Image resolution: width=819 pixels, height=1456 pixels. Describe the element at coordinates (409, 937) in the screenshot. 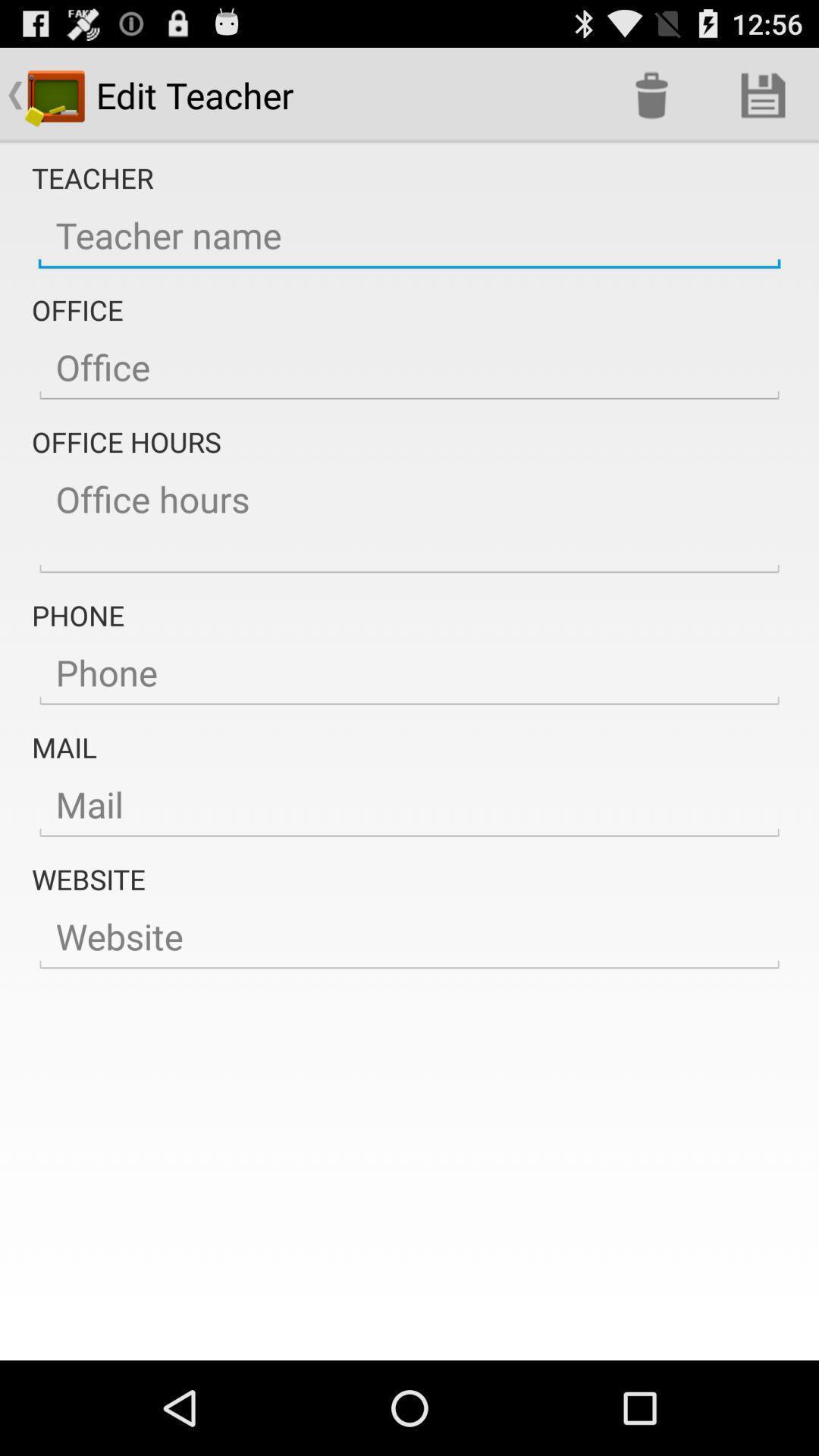

I see `website` at that location.